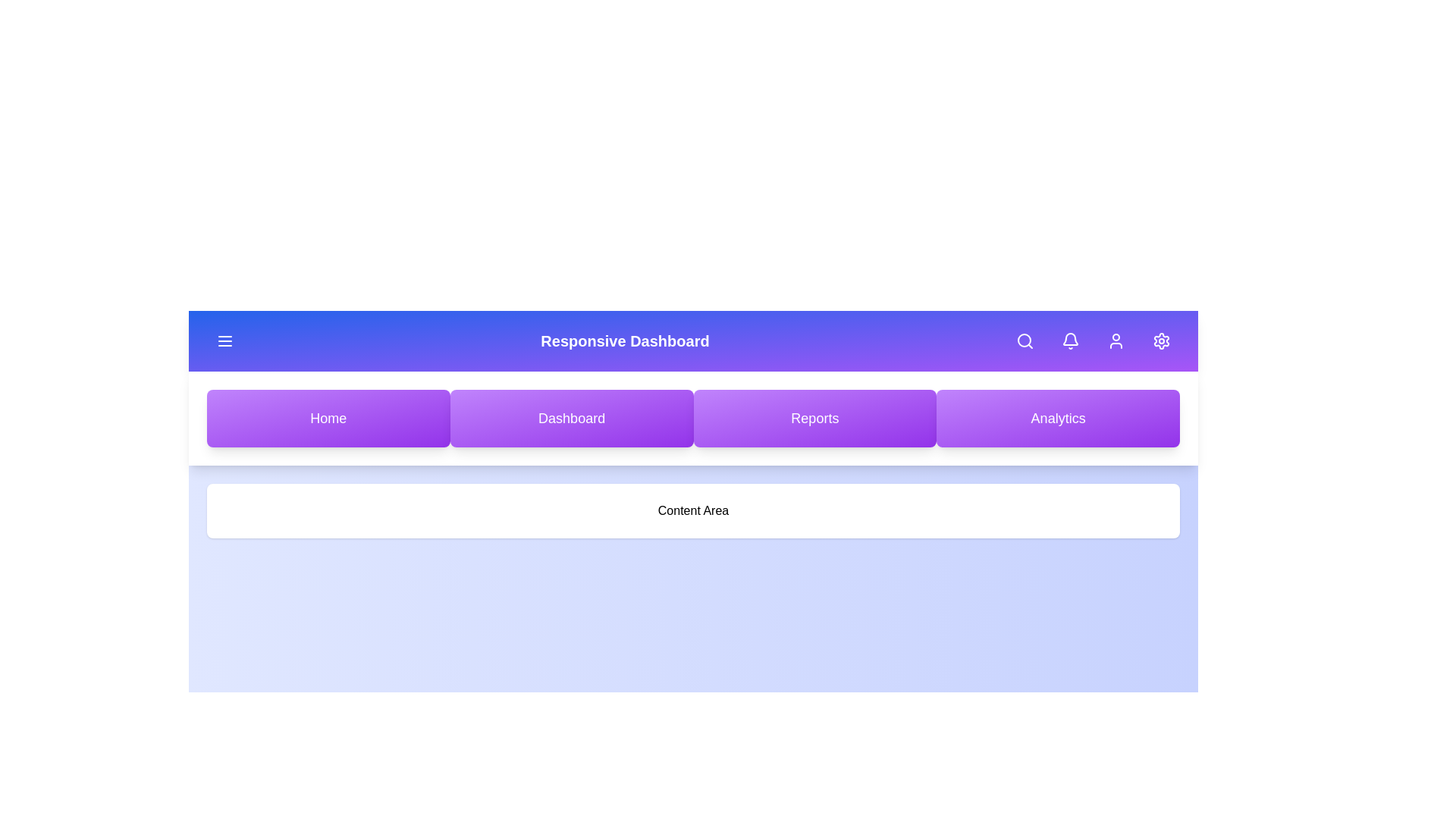 The height and width of the screenshot is (819, 1456). I want to click on the Home button to navigate to the respective section, so click(328, 418).